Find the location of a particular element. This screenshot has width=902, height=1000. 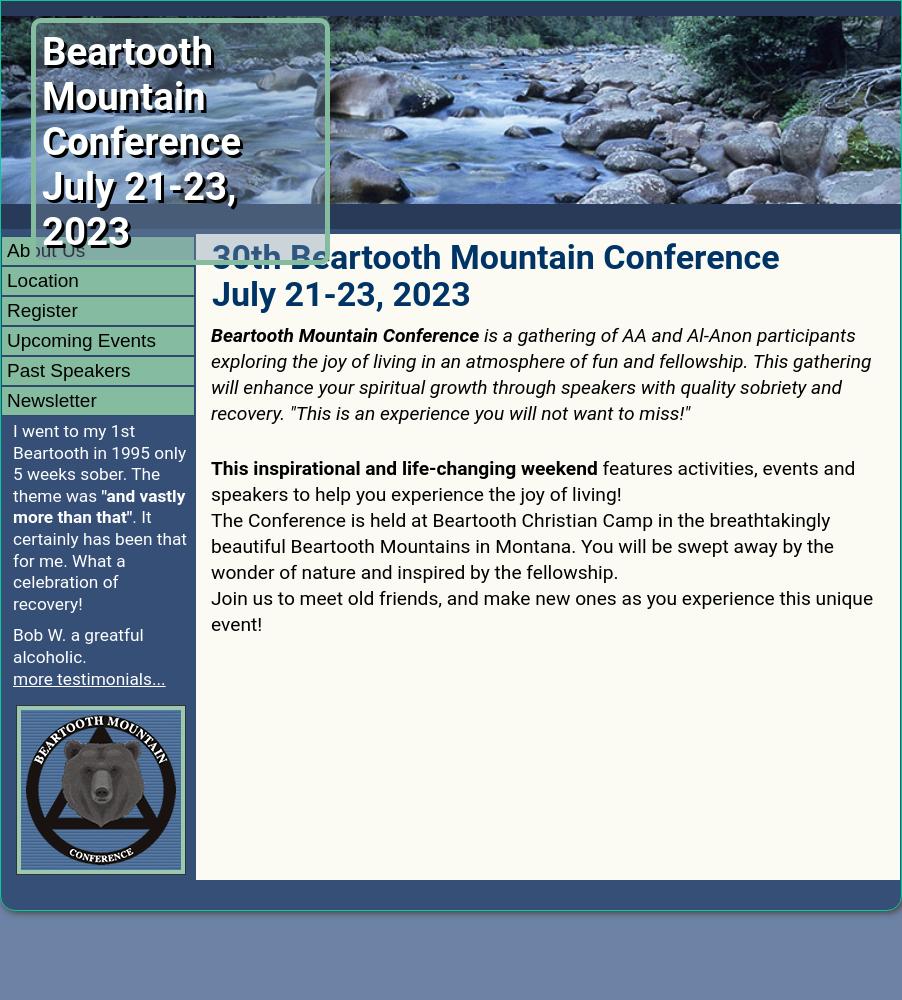

'The Conference is held at Beartooth Christian Camp in the breathtakingly beautiful
Beartooth Mountains in Montana. You will be swept away by the wonder of nature
and inspired by the fellowship.' is located at coordinates (209, 546).